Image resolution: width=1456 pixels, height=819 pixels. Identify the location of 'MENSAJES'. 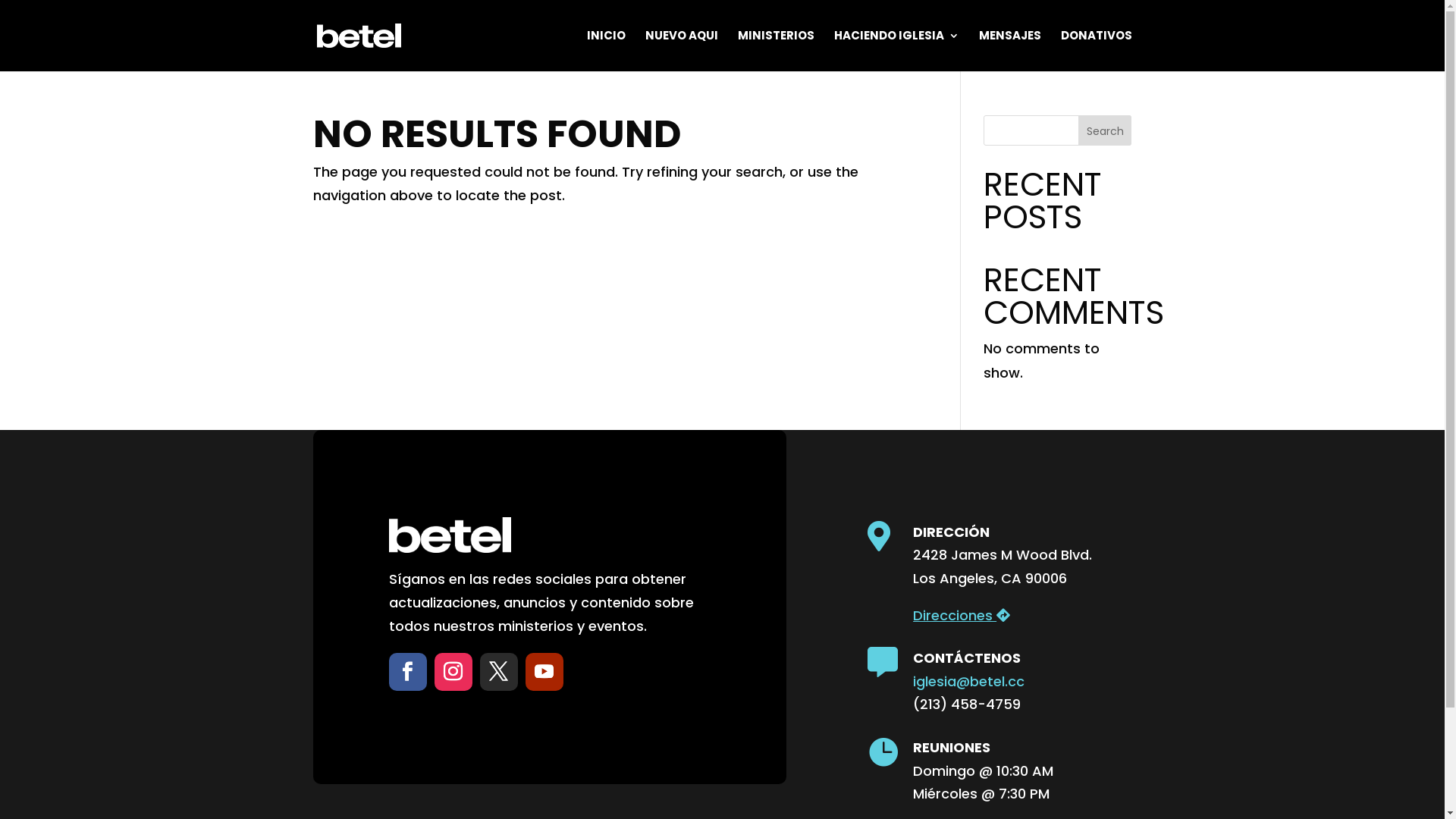
(1009, 49).